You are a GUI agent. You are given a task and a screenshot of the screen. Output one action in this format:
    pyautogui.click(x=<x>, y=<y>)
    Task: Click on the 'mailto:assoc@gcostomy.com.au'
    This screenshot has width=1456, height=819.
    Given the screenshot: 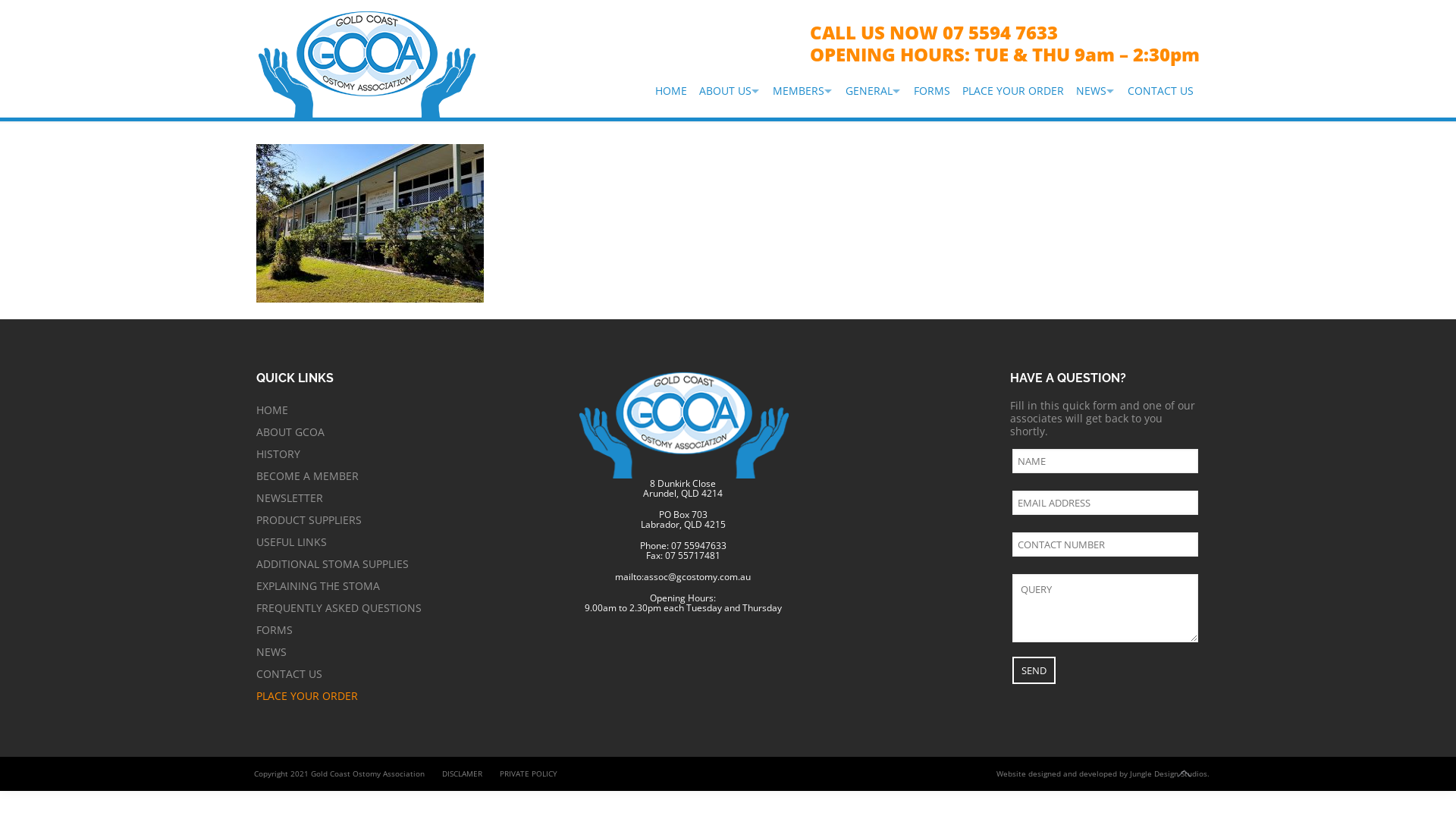 What is the action you would take?
    pyautogui.click(x=682, y=576)
    